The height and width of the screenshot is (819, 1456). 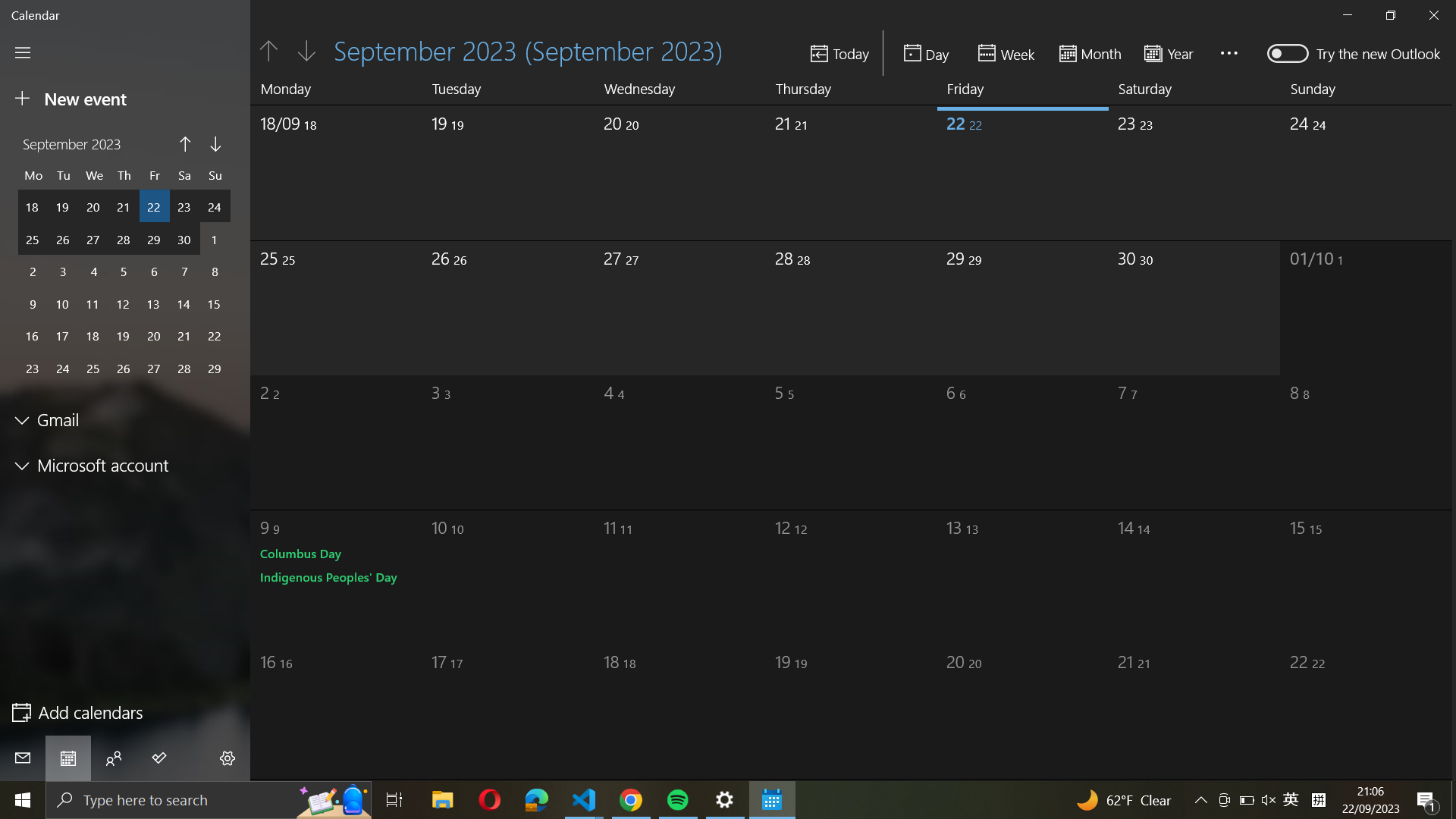 What do you see at coordinates (113, 758) in the screenshot?
I see `Use the calendar to establish a connection with others` at bounding box center [113, 758].